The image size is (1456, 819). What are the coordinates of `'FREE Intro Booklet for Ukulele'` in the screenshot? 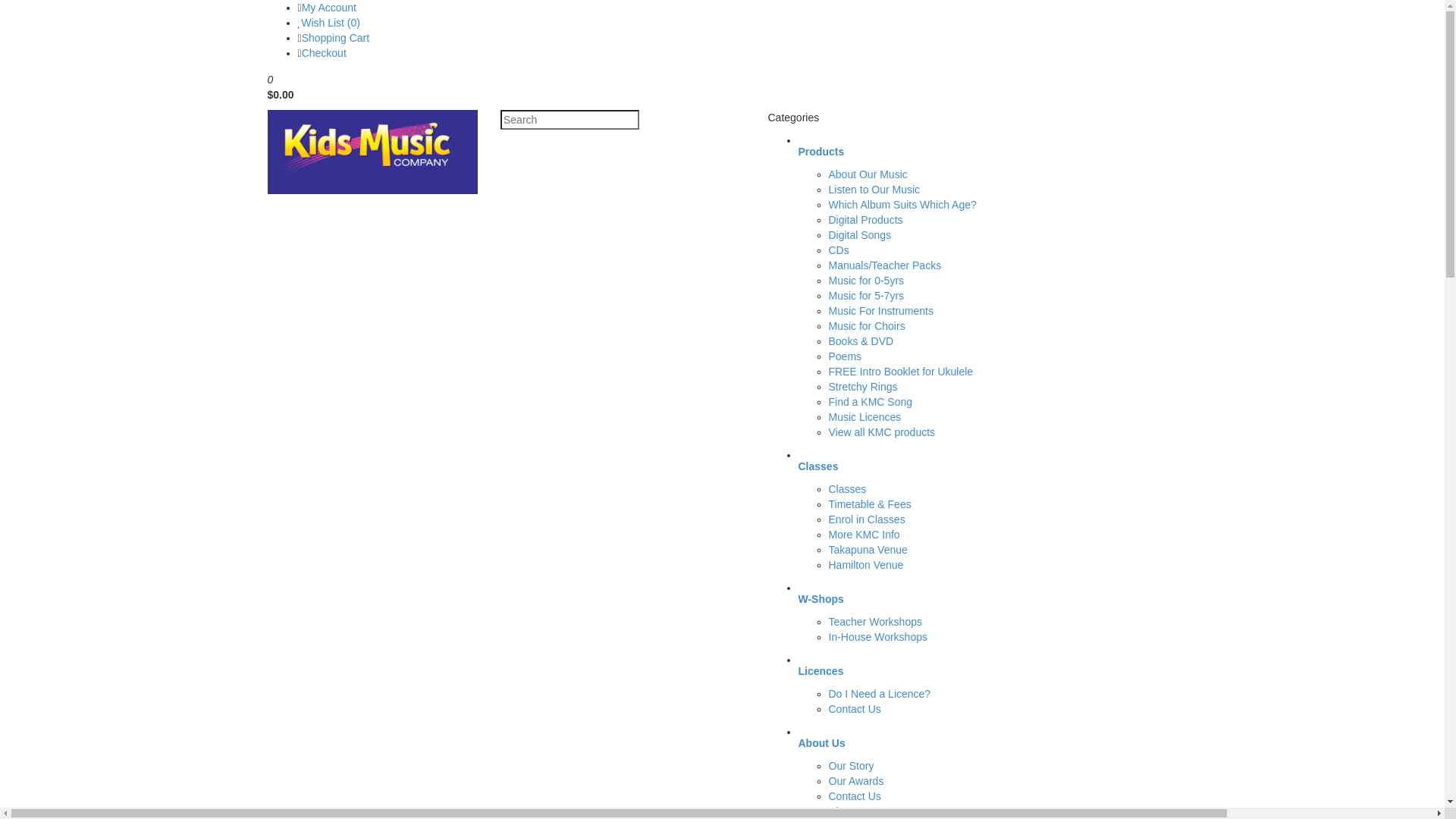 It's located at (900, 371).